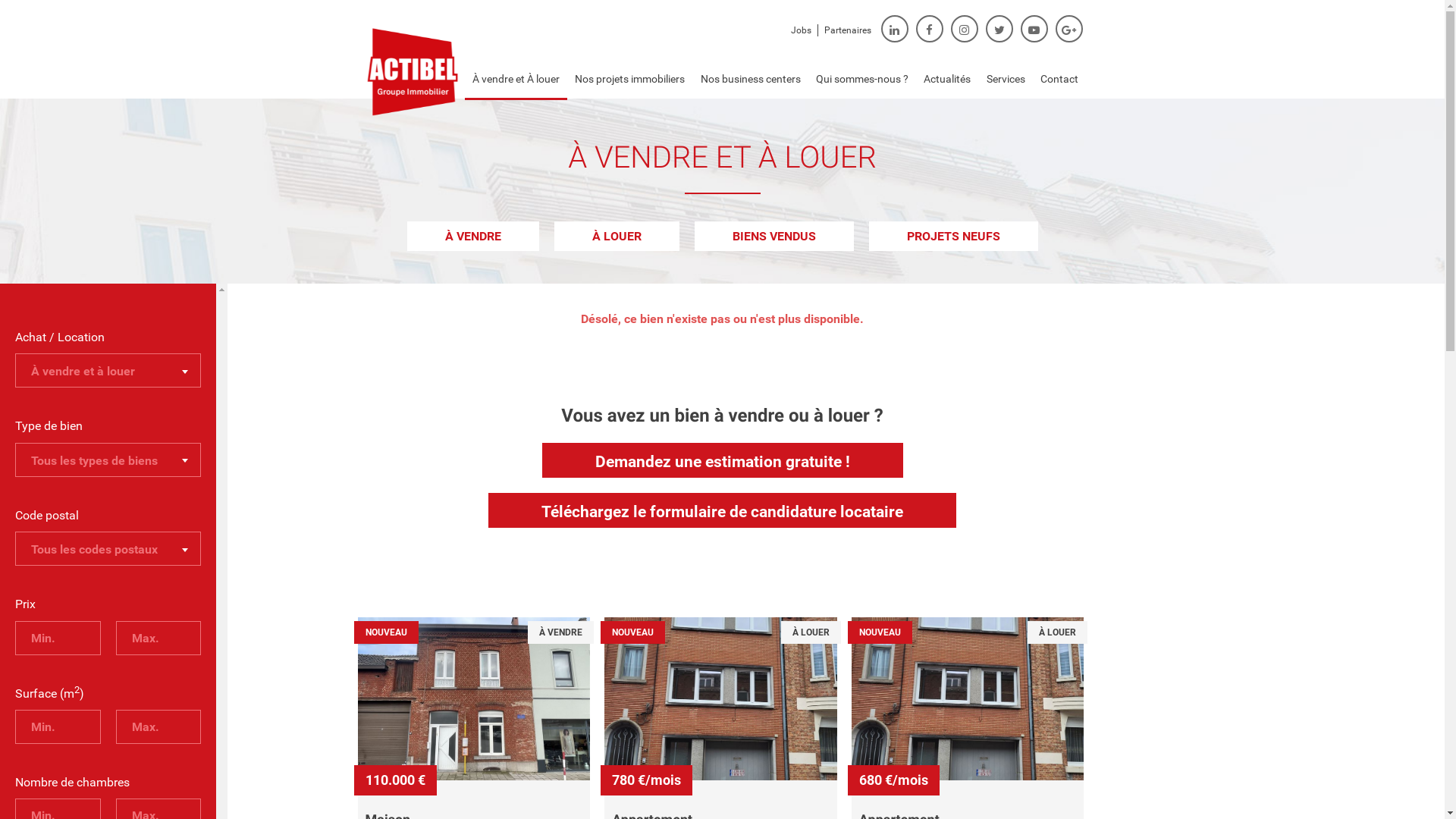  What do you see at coordinates (629, 79) in the screenshot?
I see `'Nos projets immobiliers'` at bounding box center [629, 79].